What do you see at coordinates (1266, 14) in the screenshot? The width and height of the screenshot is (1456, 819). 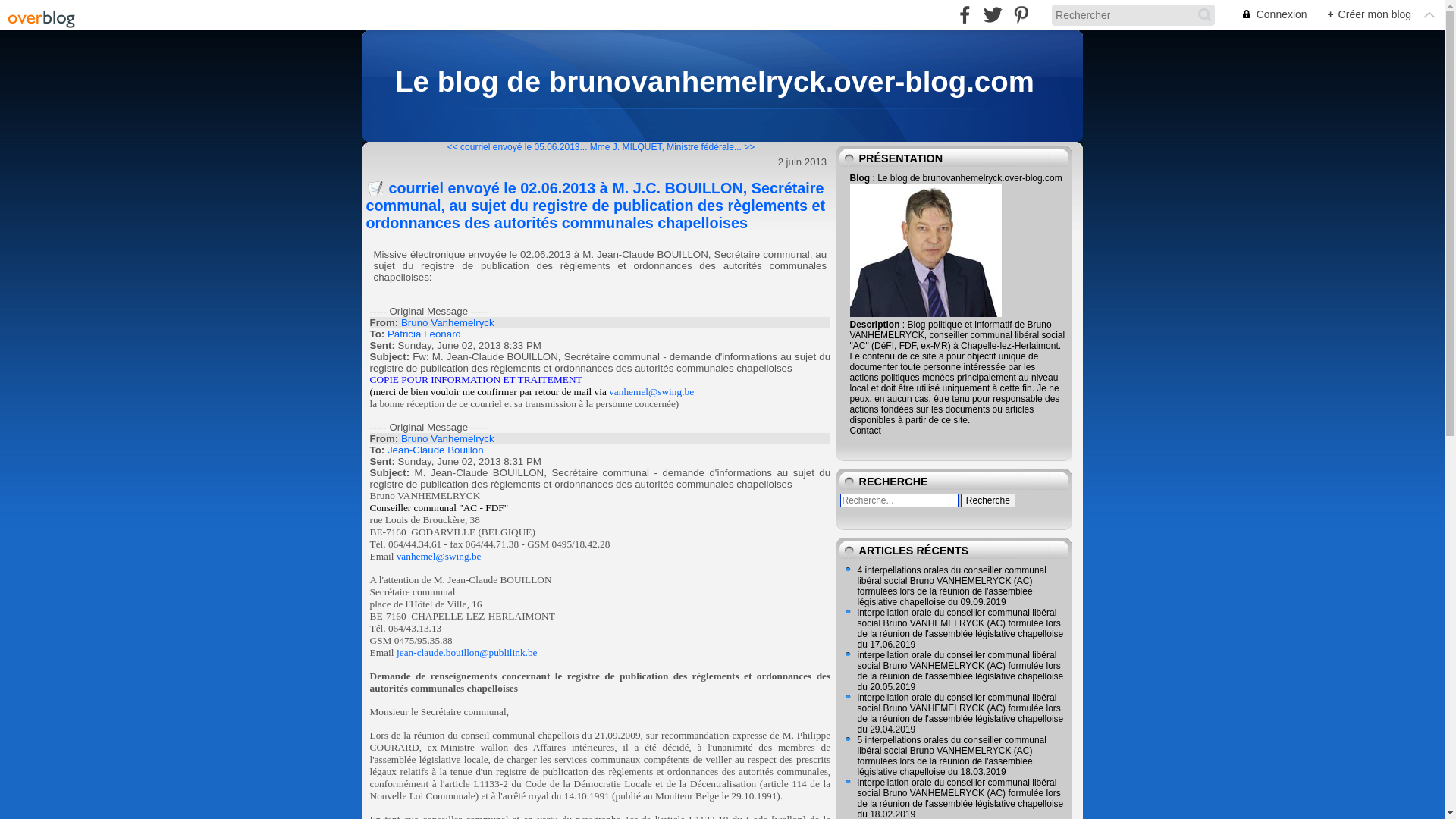 I see `'Connexion'` at bounding box center [1266, 14].